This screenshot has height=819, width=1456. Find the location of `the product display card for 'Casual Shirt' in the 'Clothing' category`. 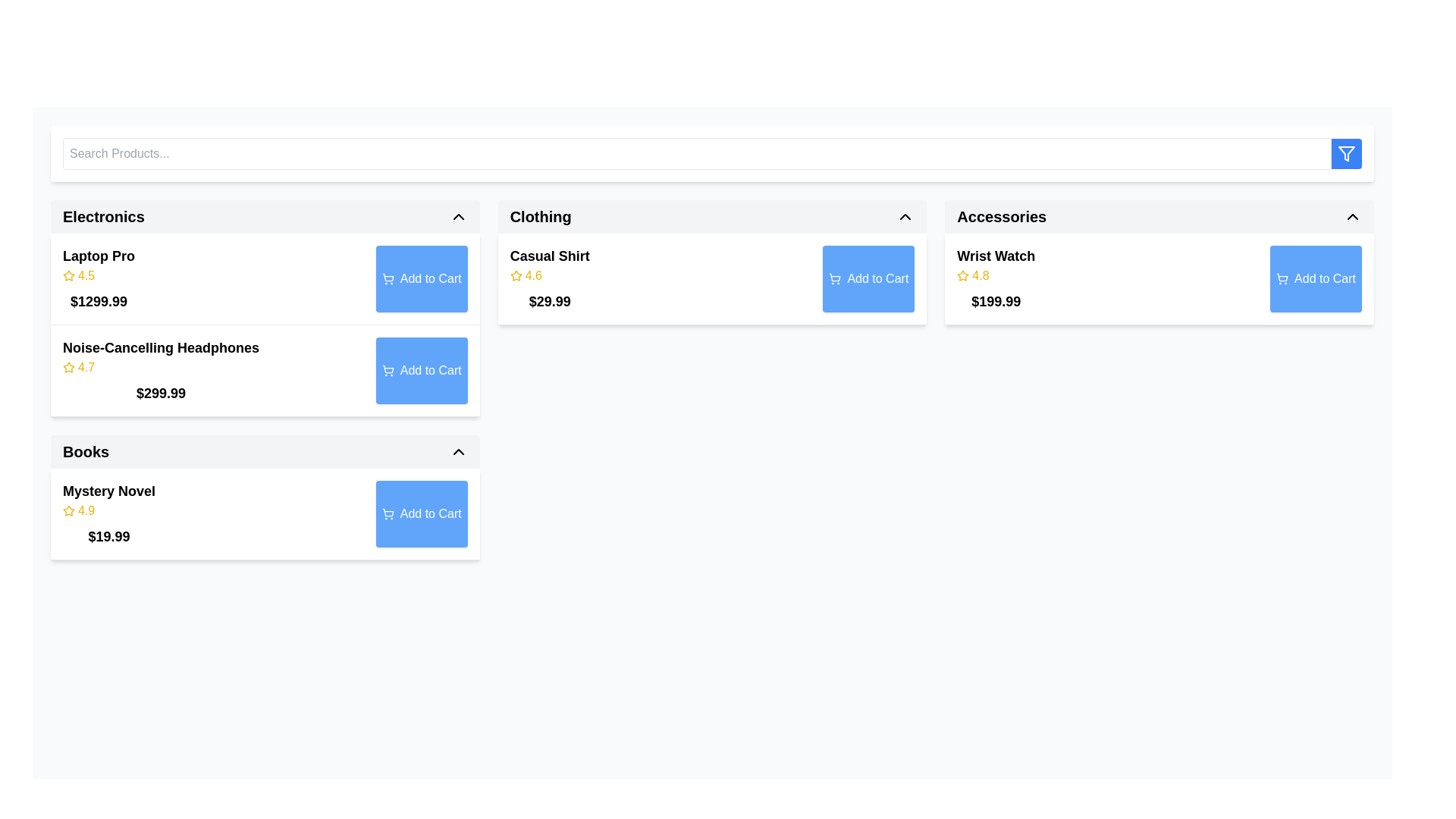

the product display card for 'Casual Shirt' in the 'Clothing' category is located at coordinates (711, 308).